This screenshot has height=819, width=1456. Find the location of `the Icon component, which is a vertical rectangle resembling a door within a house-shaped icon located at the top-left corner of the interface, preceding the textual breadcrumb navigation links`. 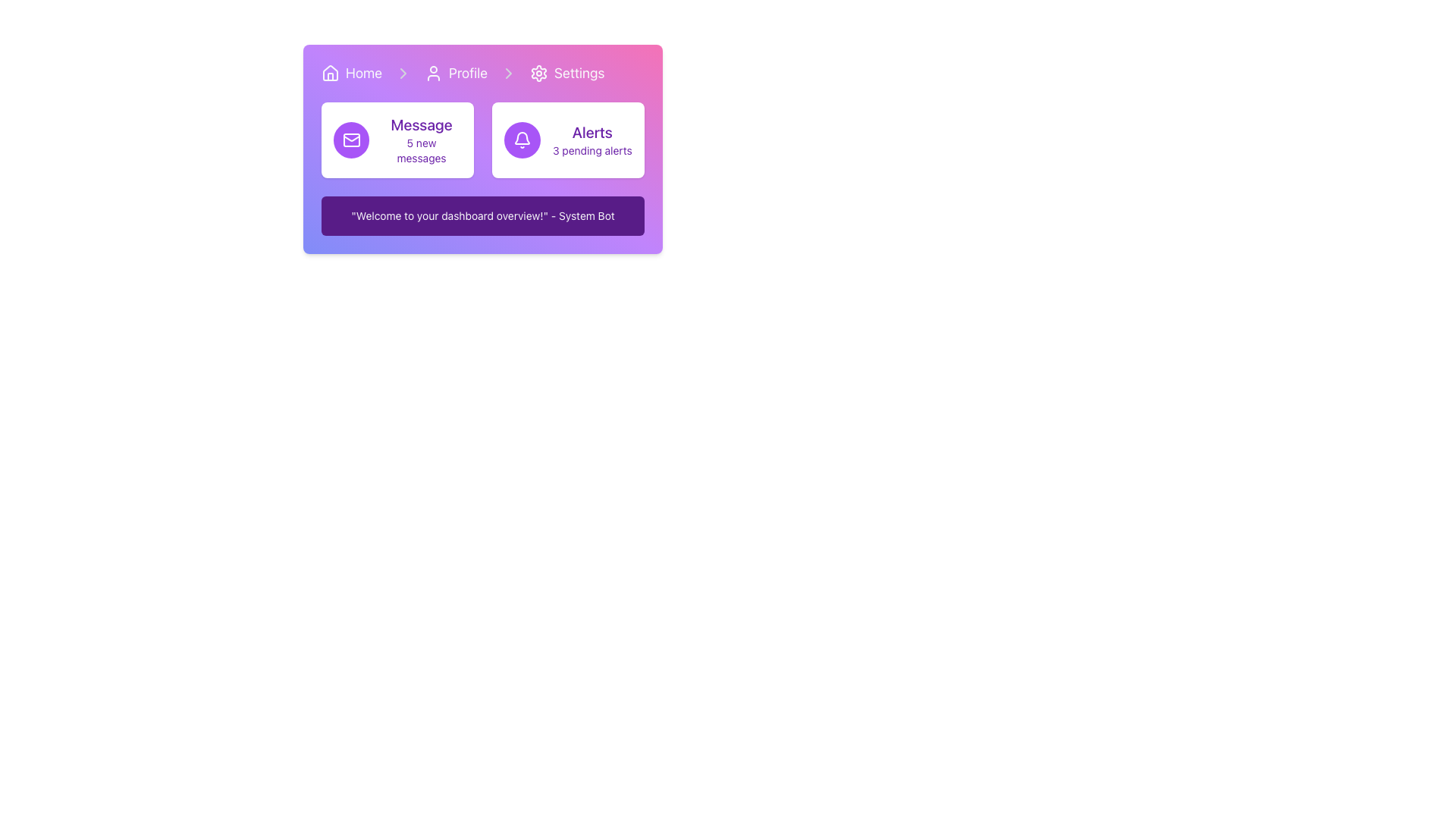

the Icon component, which is a vertical rectangle resembling a door within a house-shaped icon located at the top-left corner of the interface, preceding the textual breadcrumb navigation links is located at coordinates (330, 77).